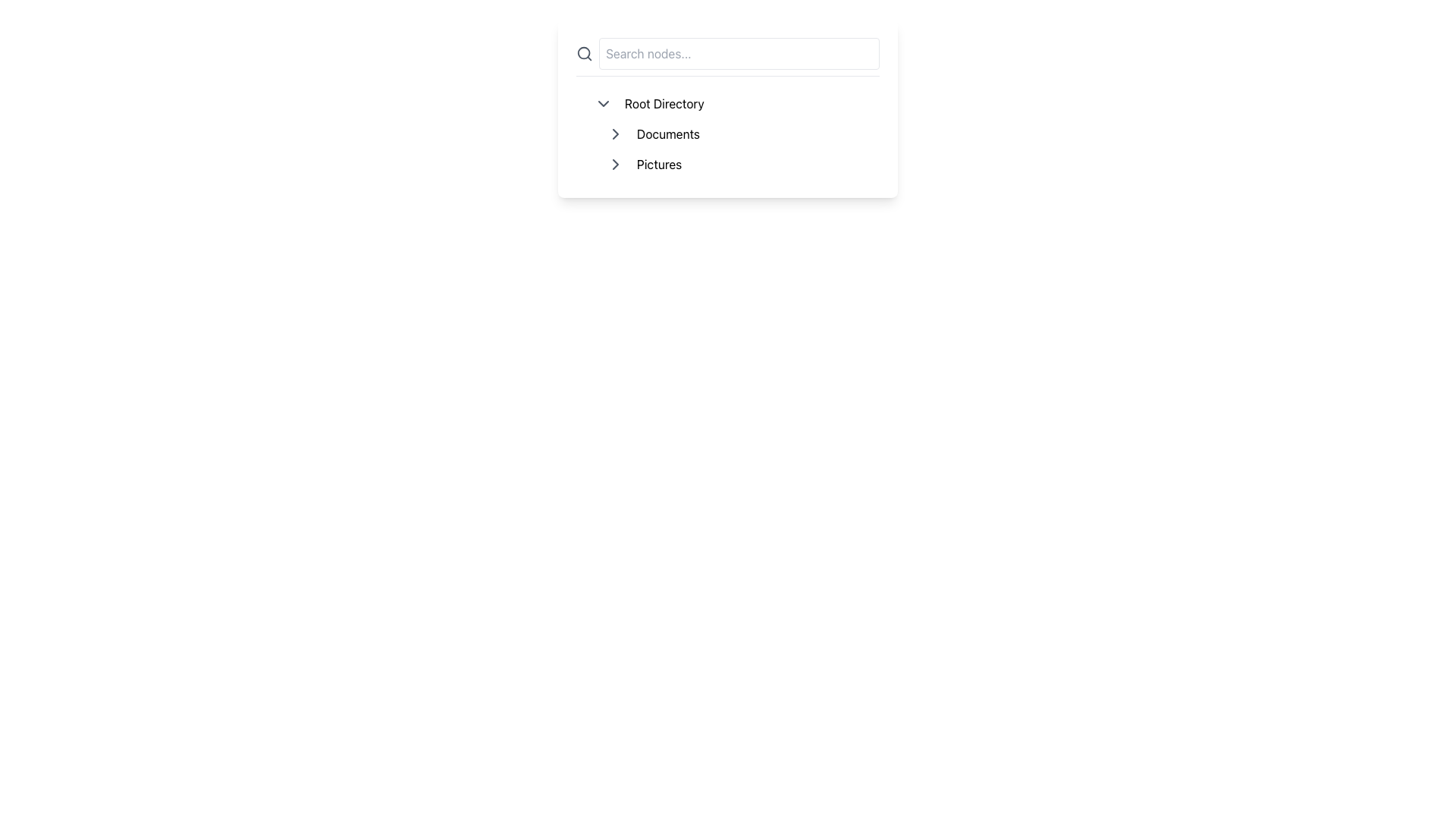 The width and height of the screenshot is (1456, 819). What do you see at coordinates (734, 164) in the screenshot?
I see `the second menu item labeled 'Pictures' in the 'Root Directory' section` at bounding box center [734, 164].